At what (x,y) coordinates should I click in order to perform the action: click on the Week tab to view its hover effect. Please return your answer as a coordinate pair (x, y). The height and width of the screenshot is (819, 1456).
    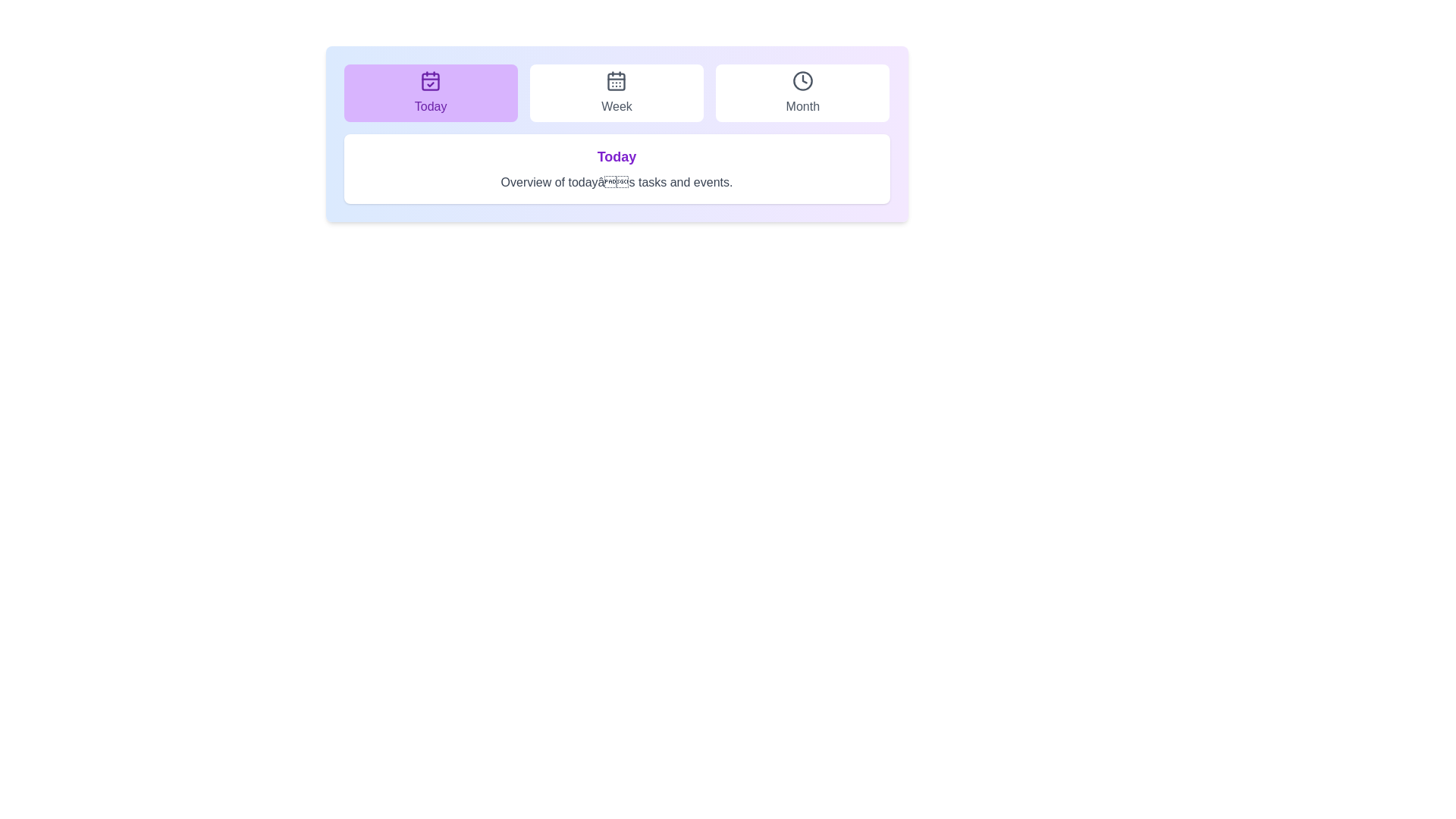
    Looking at the image, I should click on (616, 93).